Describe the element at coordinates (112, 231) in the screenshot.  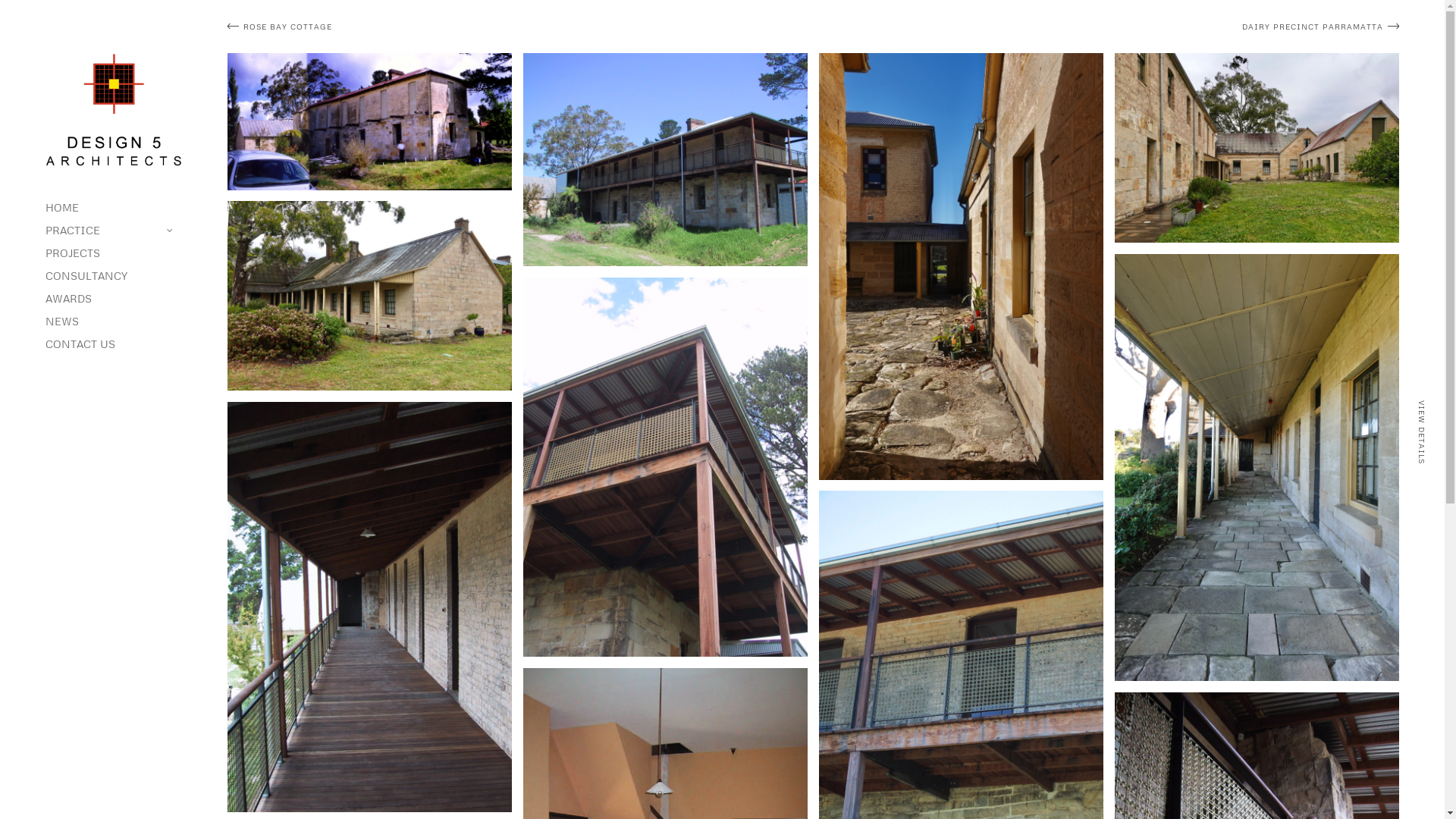
I see `'PRACTICE'` at that location.